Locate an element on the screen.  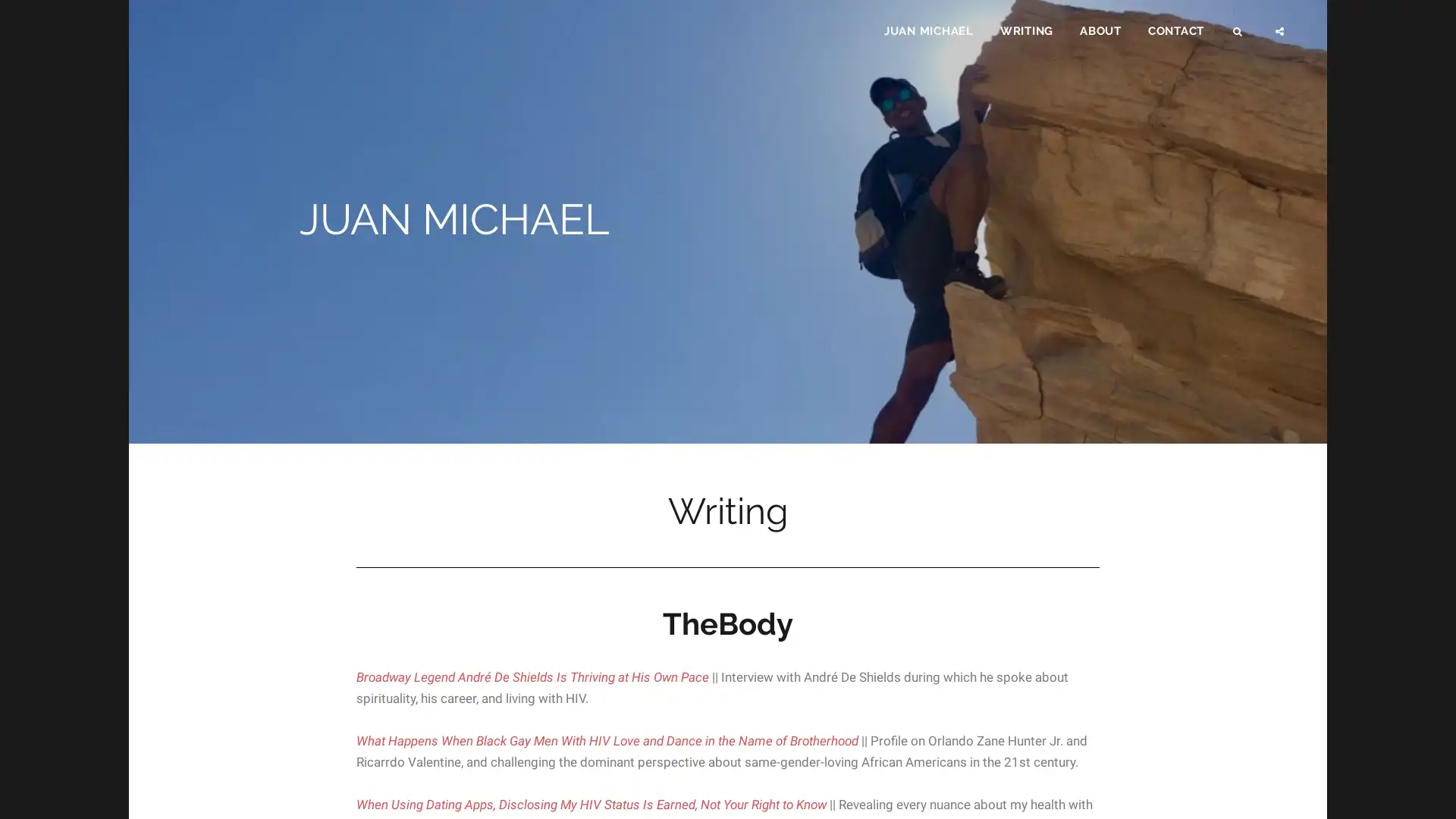
SEARCH is located at coordinates (1238, 35).